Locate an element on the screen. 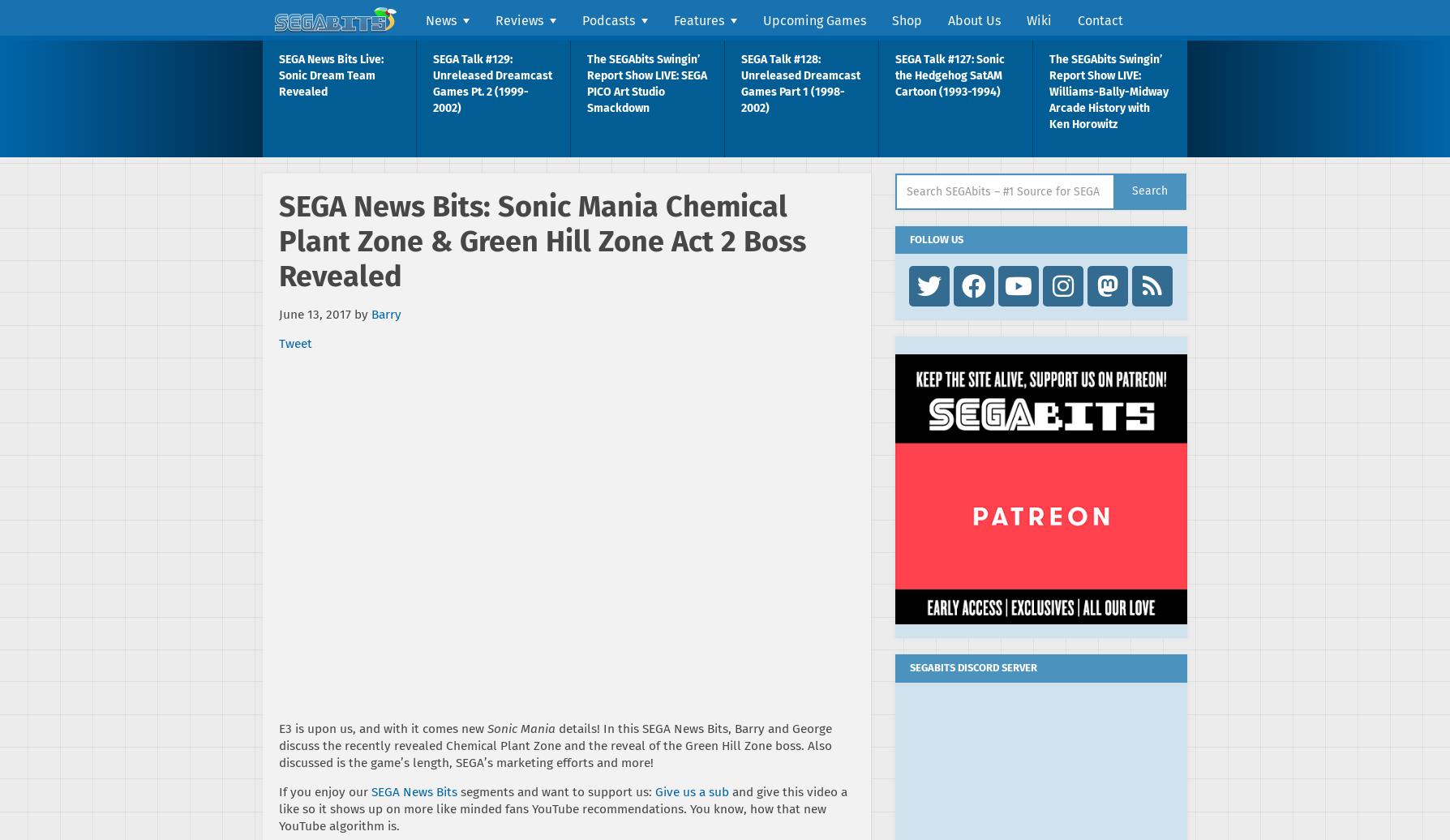 The image size is (1450, 840). 'Search' is located at coordinates (1150, 191).